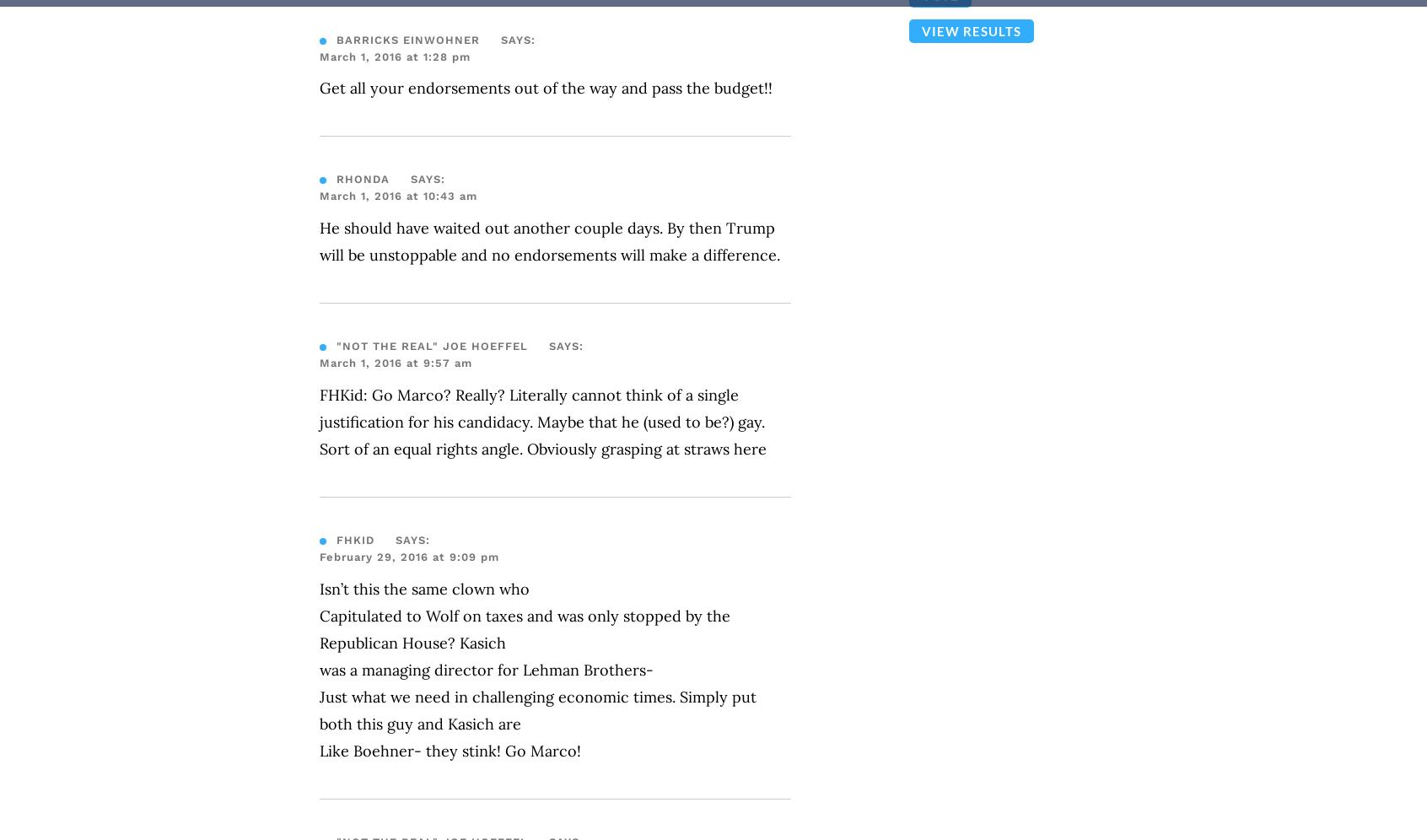 The width and height of the screenshot is (1427, 840). Describe the element at coordinates (320, 195) in the screenshot. I see `'March 1, 2016 at 10:43 am'` at that location.